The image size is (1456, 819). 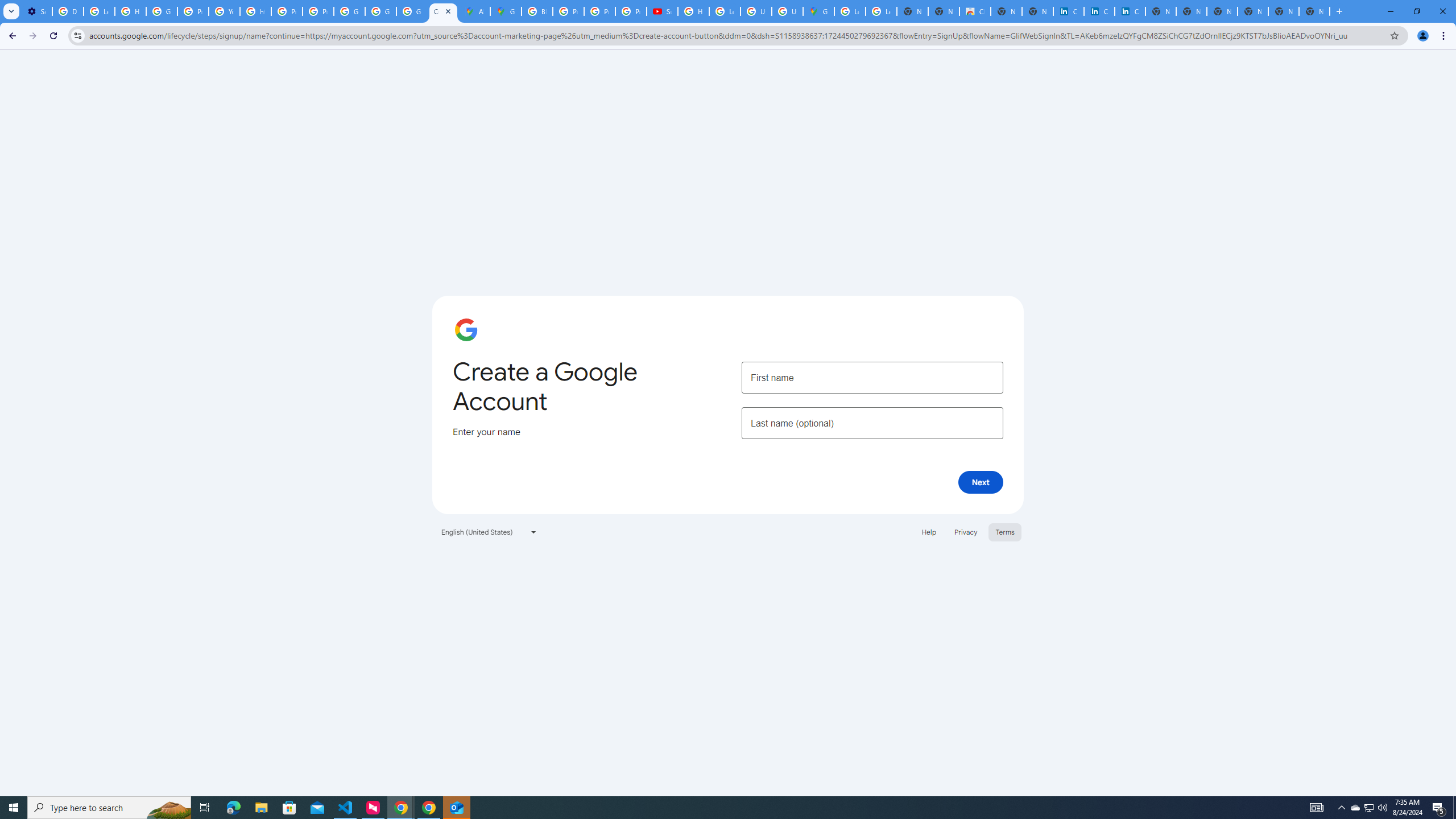 What do you see at coordinates (1129, 11) in the screenshot?
I see `'Copyright Policy'` at bounding box center [1129, 11].